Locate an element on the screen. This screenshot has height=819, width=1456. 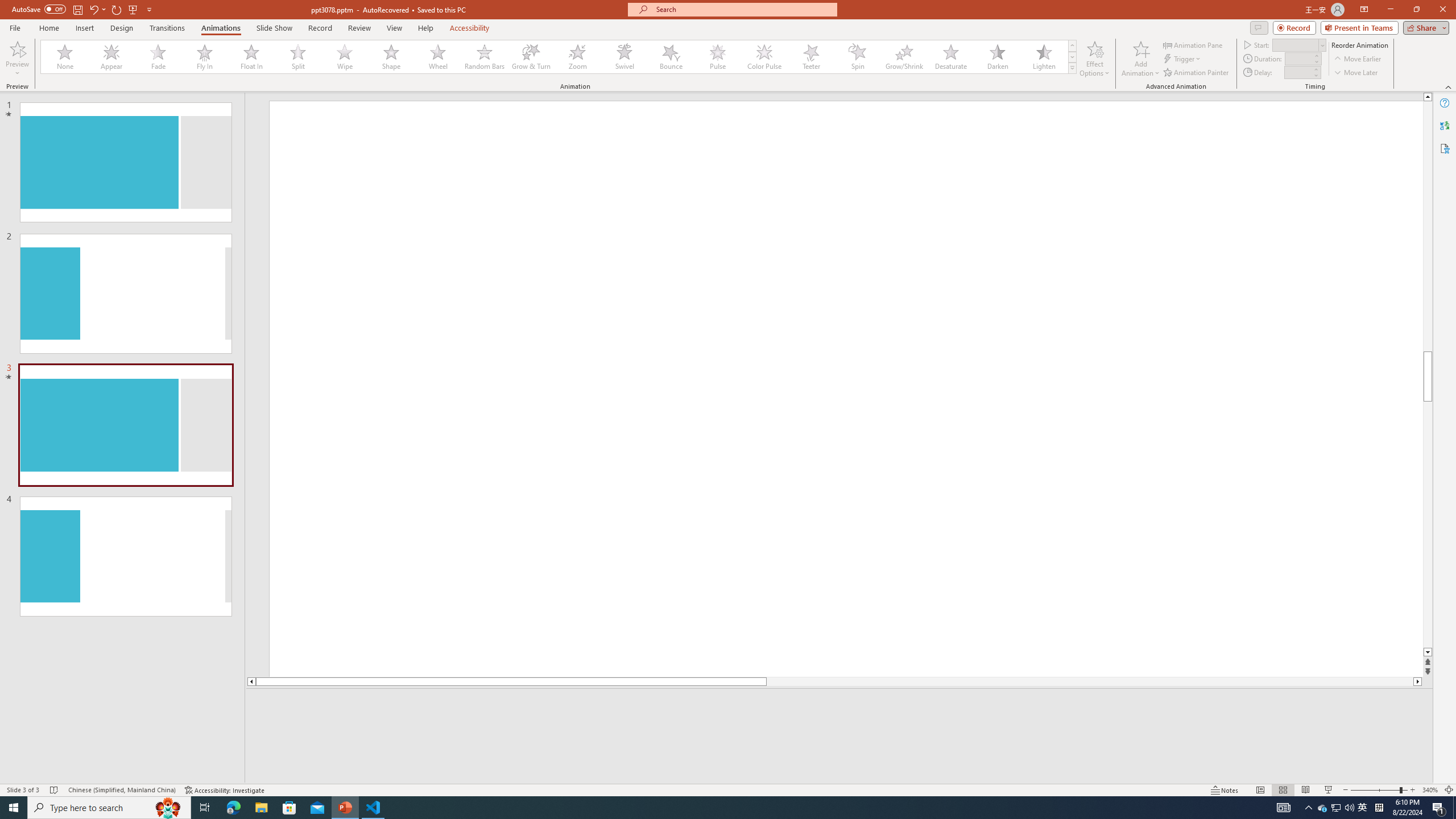
'None' is located at coordinates (65, 56).